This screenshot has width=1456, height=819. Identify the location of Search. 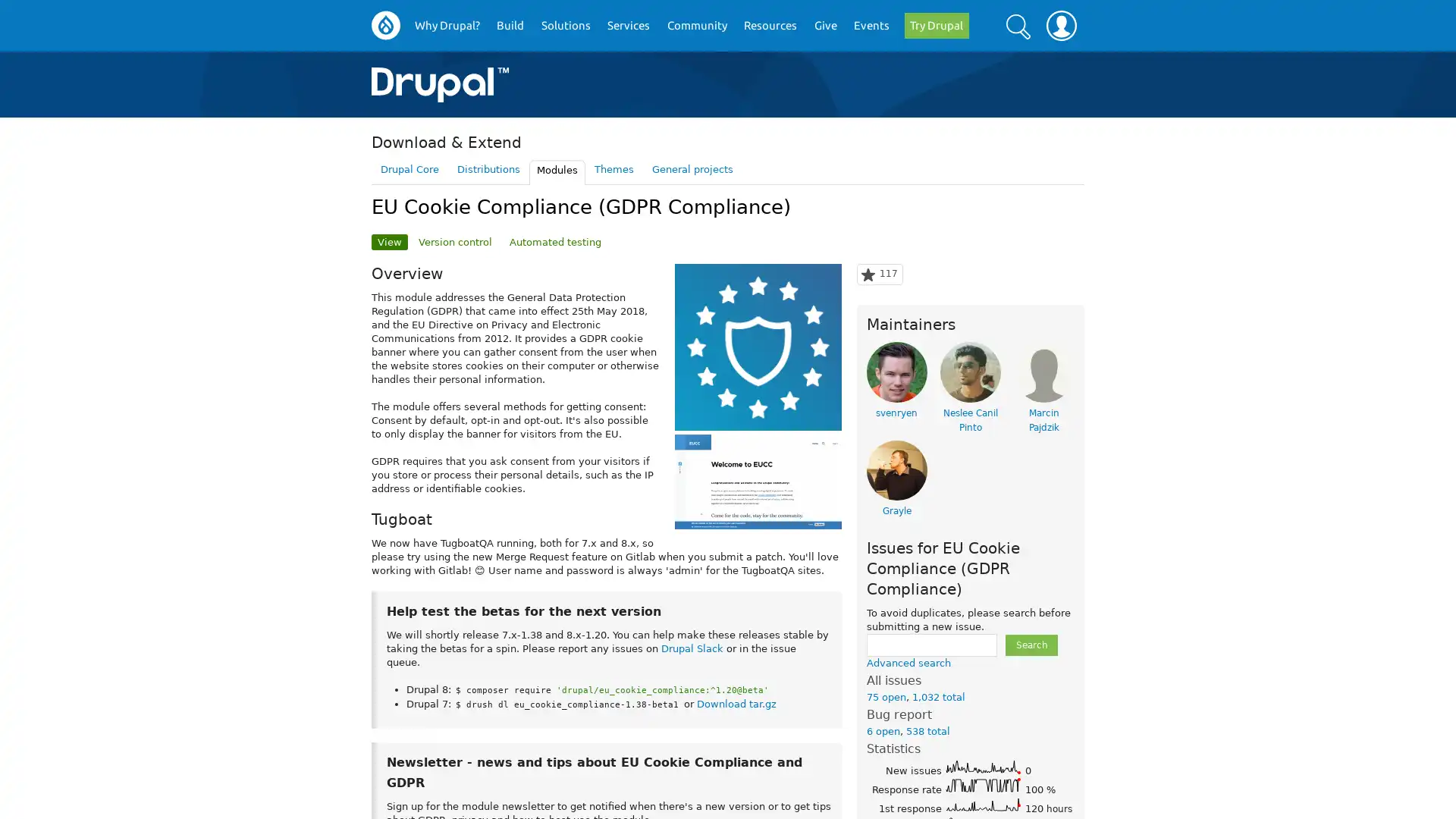
(1018, 26).